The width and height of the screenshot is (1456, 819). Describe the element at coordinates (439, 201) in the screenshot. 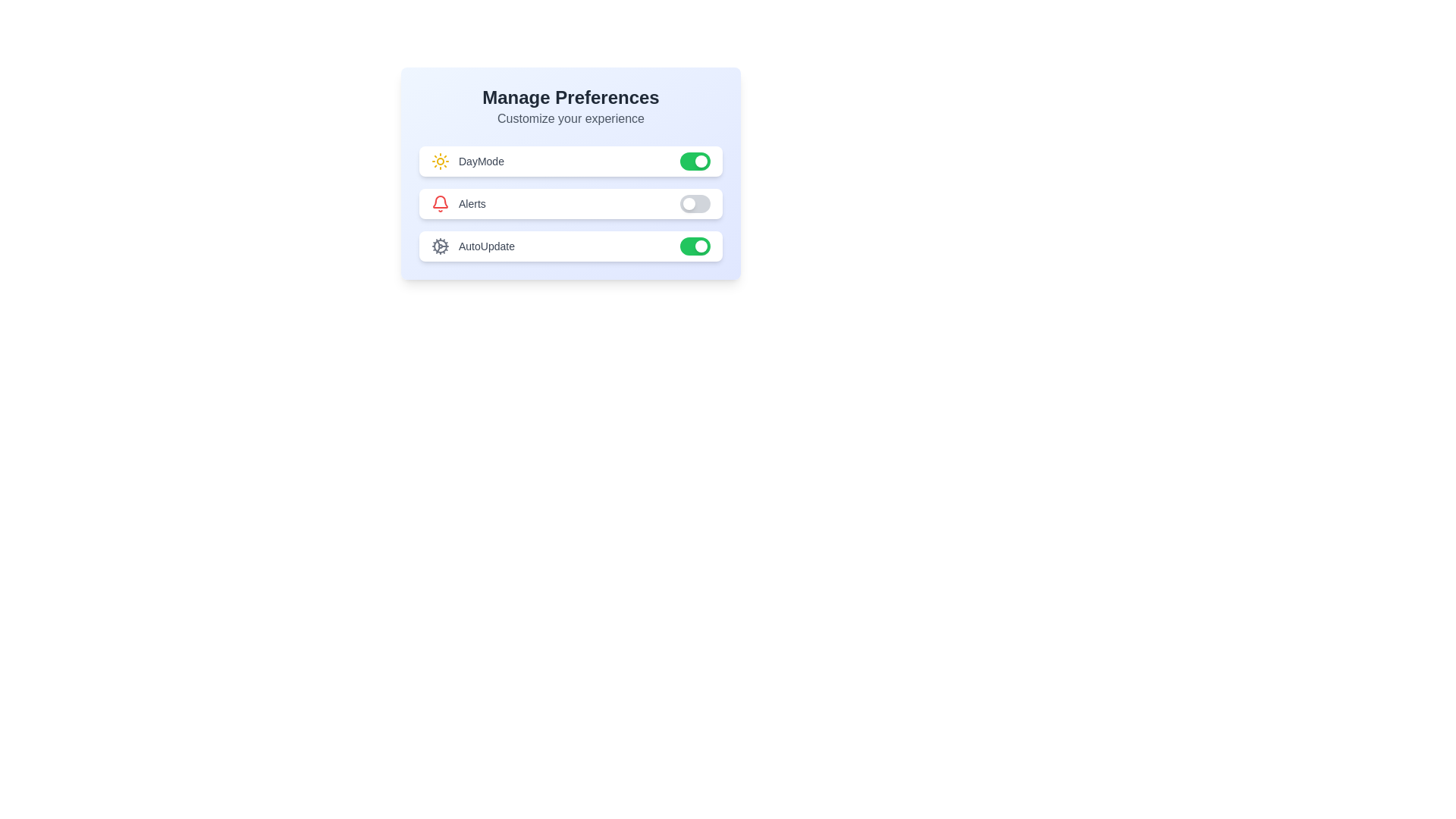

I see `the bell-shaped icon with a red fill color, located near the 'Alerts' toggle option in the preference setting interface` at that location.